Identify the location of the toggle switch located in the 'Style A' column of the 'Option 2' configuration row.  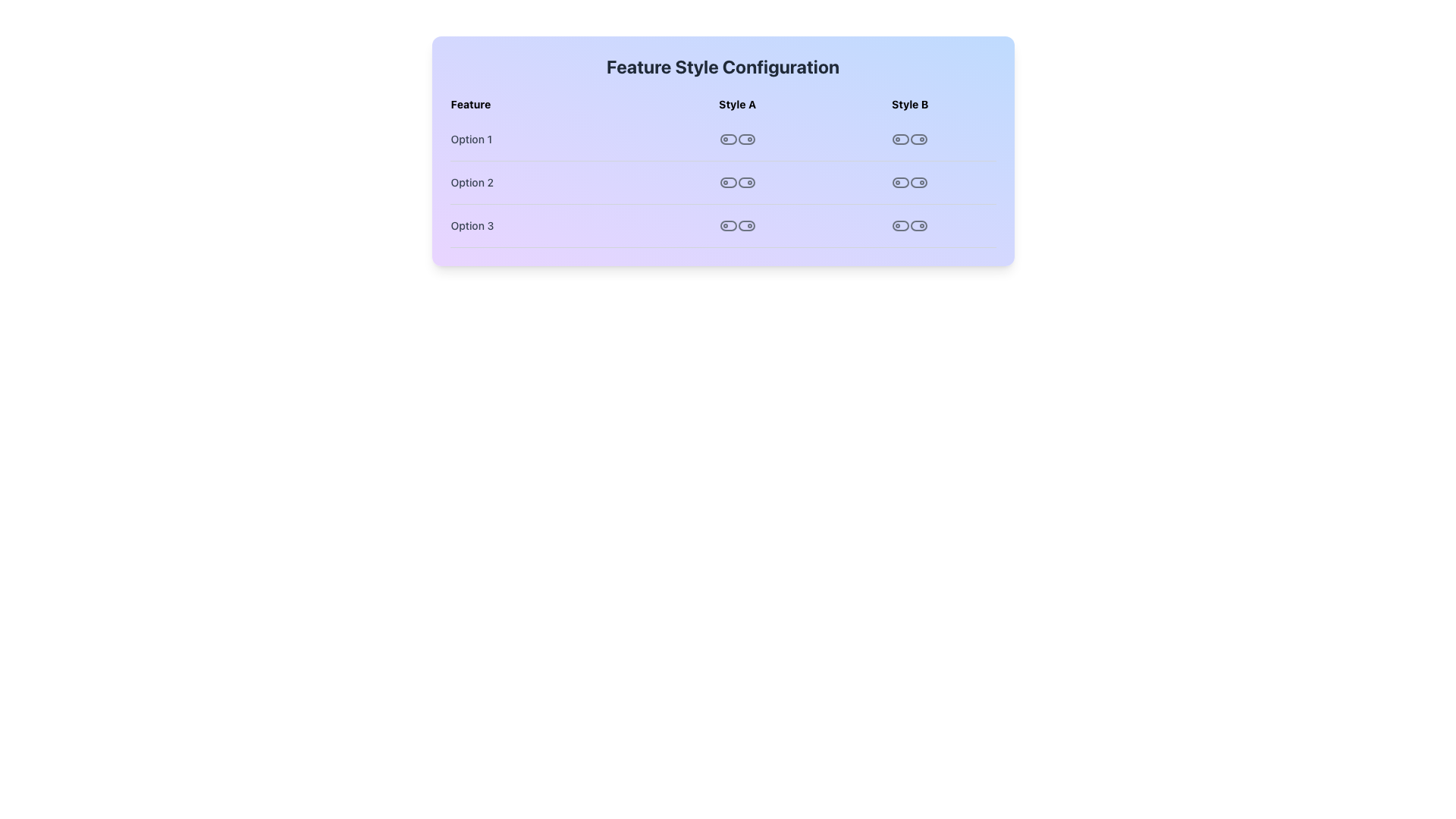
(736, 181).